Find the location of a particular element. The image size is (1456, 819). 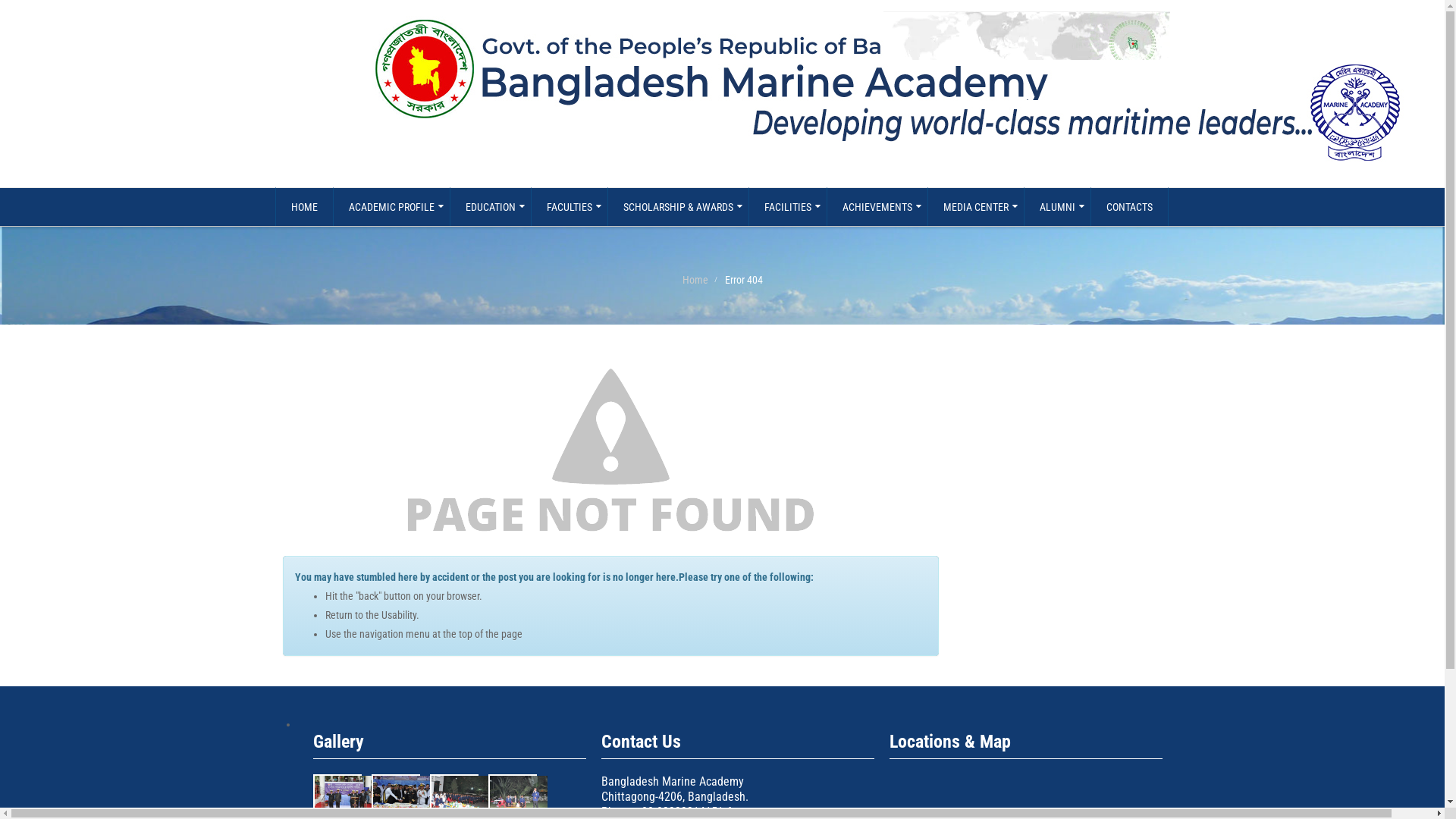

'HOME' is located at coordinates (303, 207).